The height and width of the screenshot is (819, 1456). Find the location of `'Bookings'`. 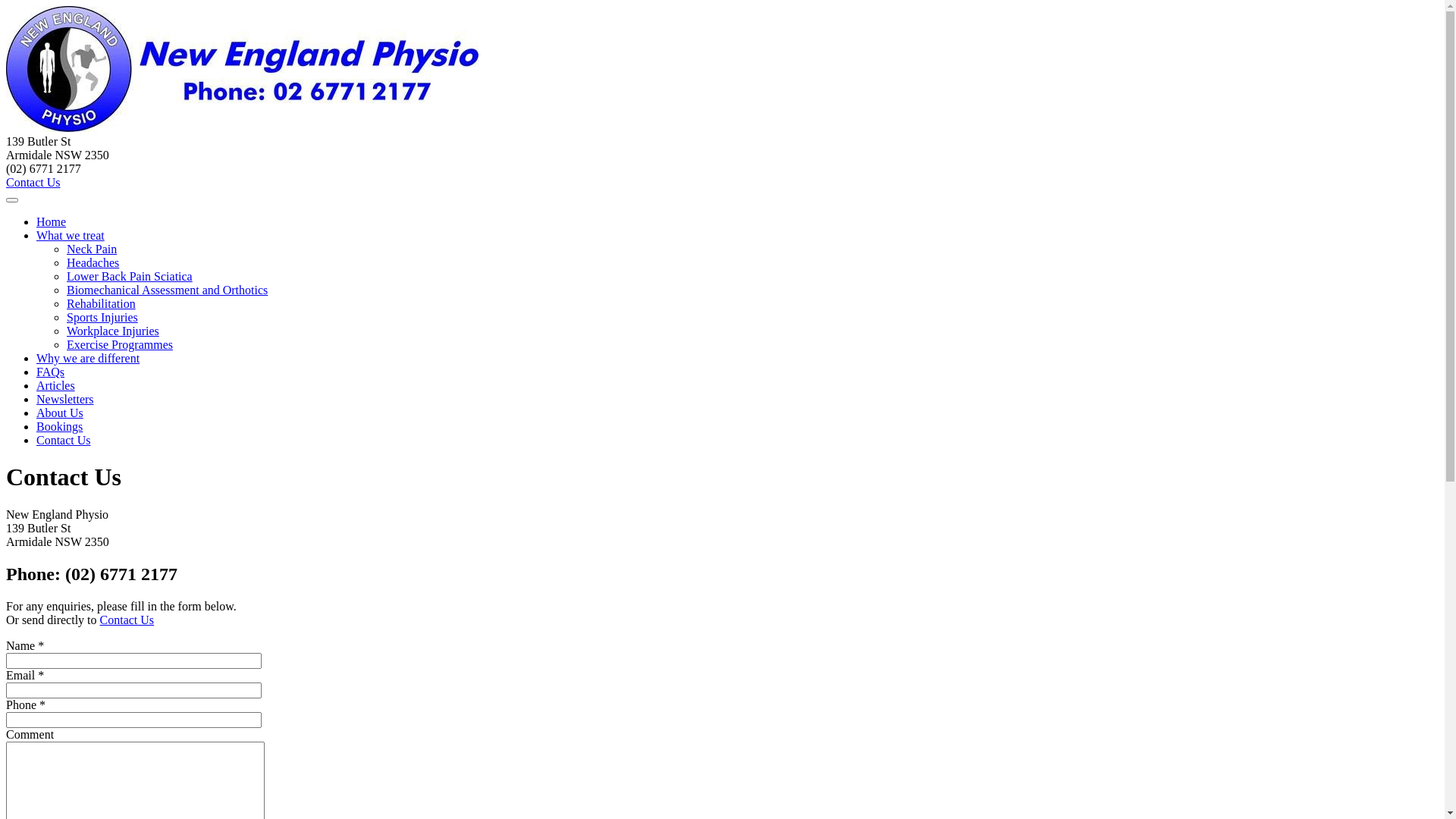

'Bookings' is located at coordinates (59, 426).